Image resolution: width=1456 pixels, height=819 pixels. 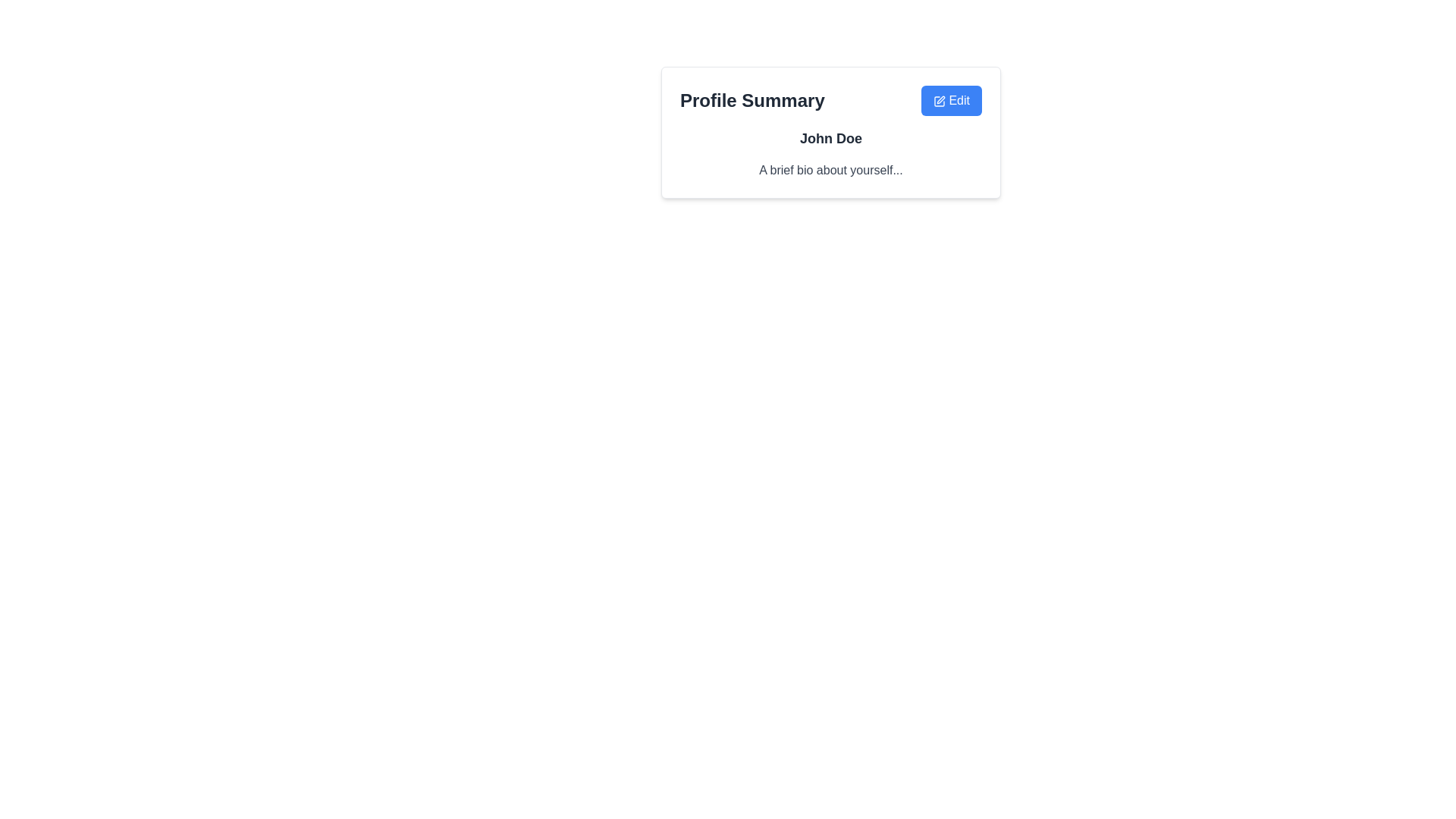 I want to click on the pen icon embedded inside the blue 'Edit' button located at the top-right corner of the 'Profile Summary' card, so click(x=938, y=101).